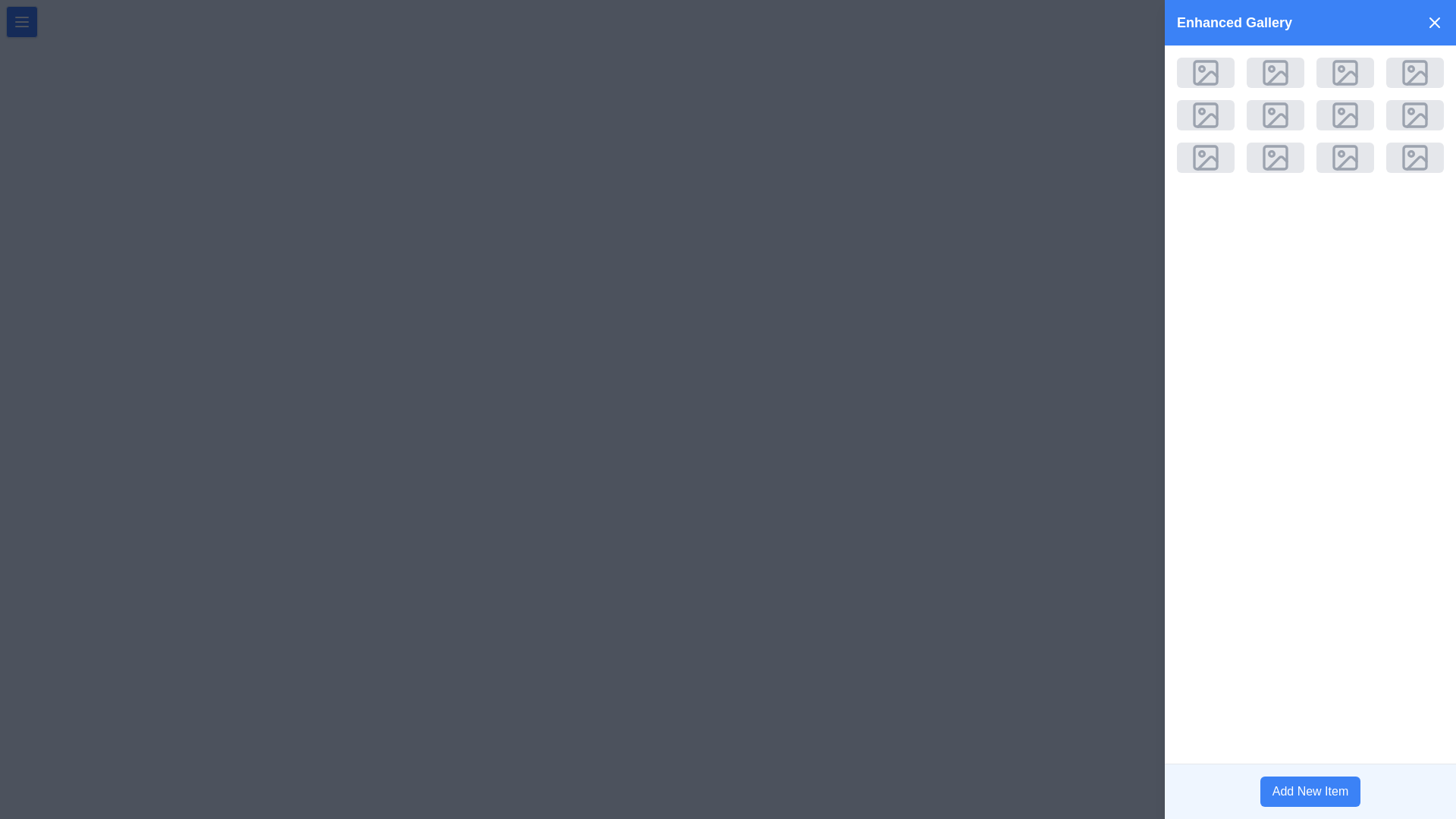 Image resolution: width=1456 pixels, height=819 pixels. What do you see at coordinates (1345, 114) in the screenshot?
I see `the image upload icon located in the fourth column and second row of the 'Enhanced Gallery' modal window` at bounding box center [1345, 114].